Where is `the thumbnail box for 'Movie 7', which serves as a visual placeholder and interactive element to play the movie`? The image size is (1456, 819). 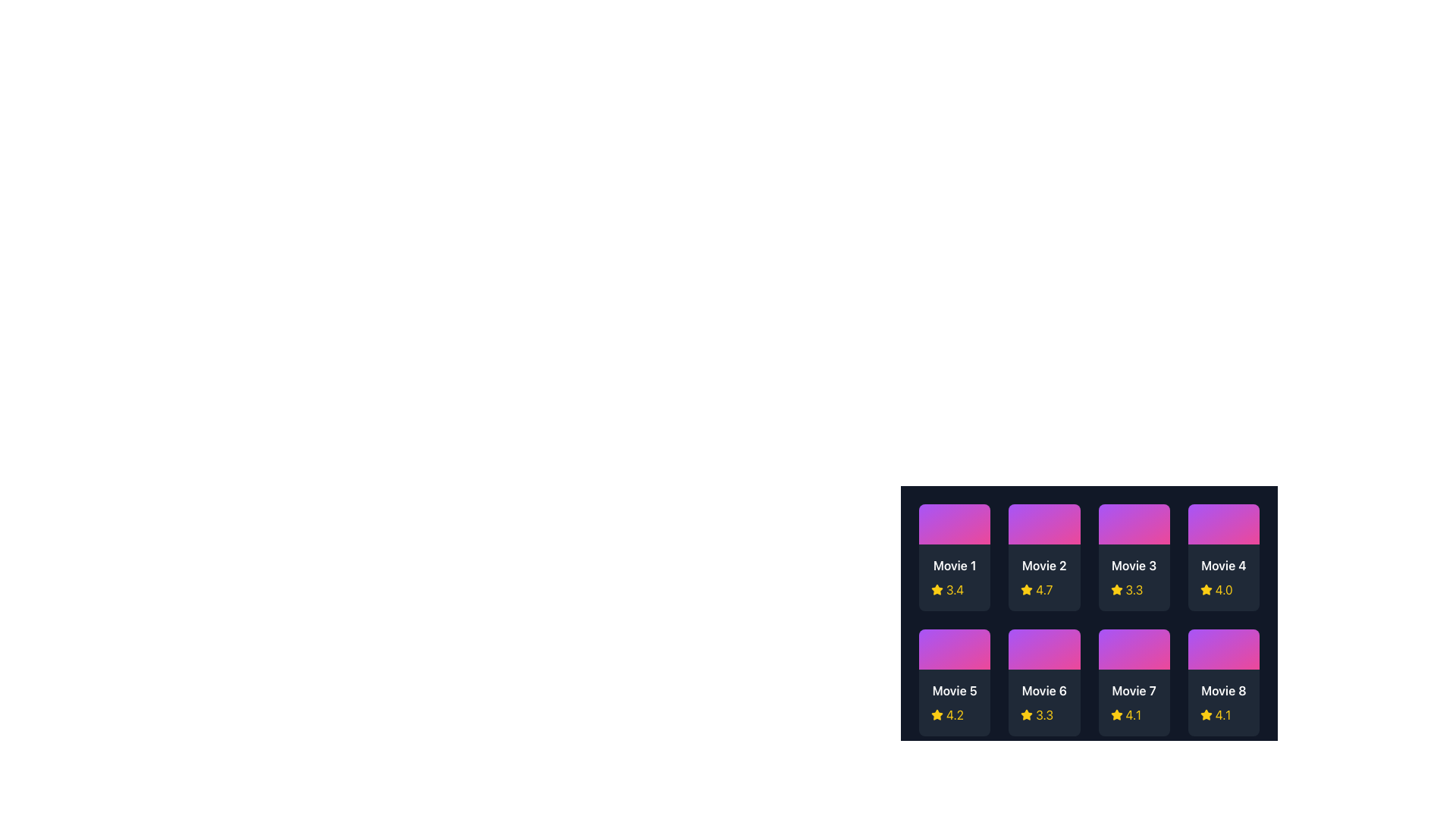 the thumbnail box for 'Movie 7', which serves as a visual placeholder and interactive element to play the movie is located at coordinates (1134, 648).